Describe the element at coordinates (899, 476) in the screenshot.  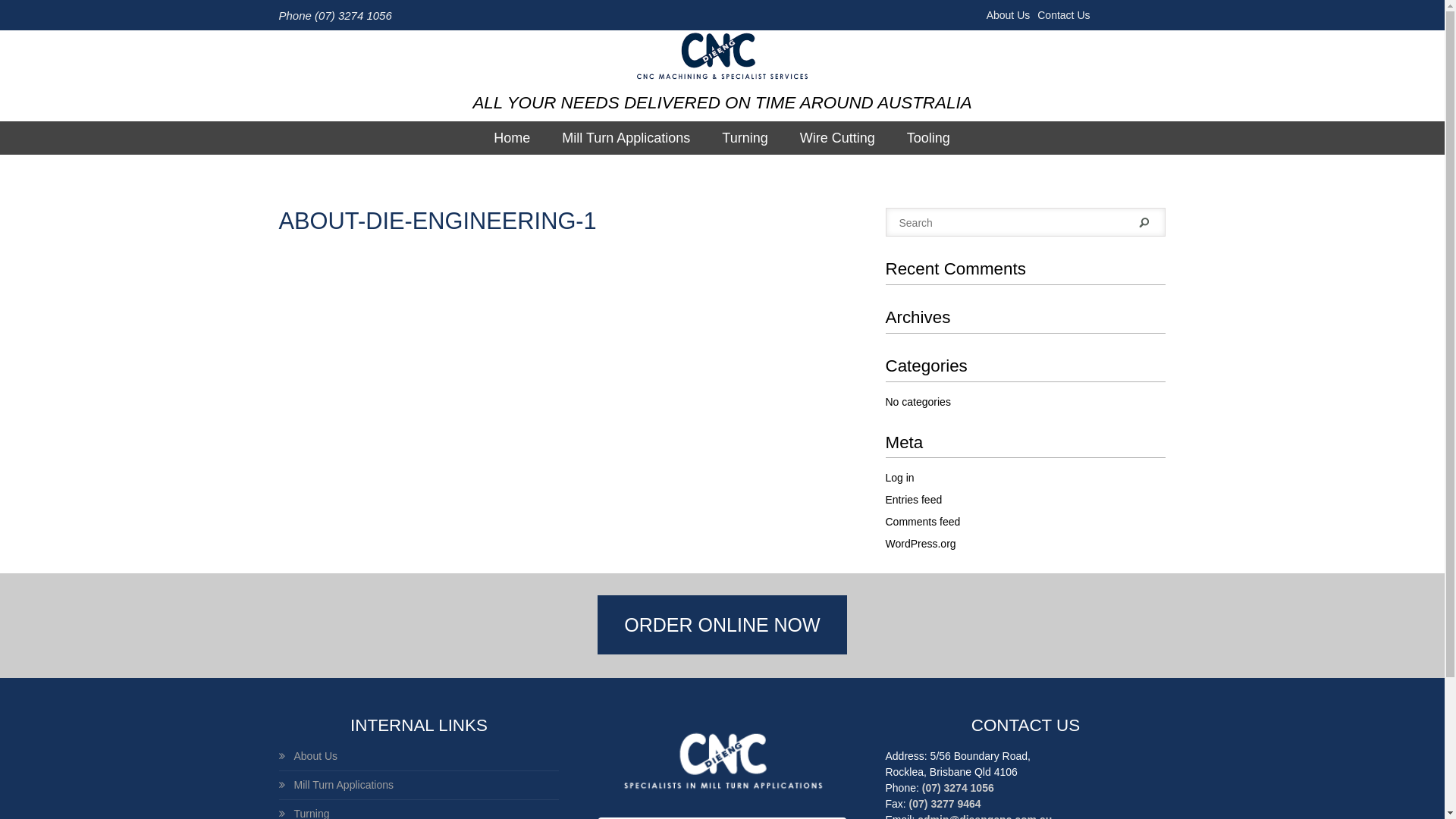
I see `'Log in'` at that location.